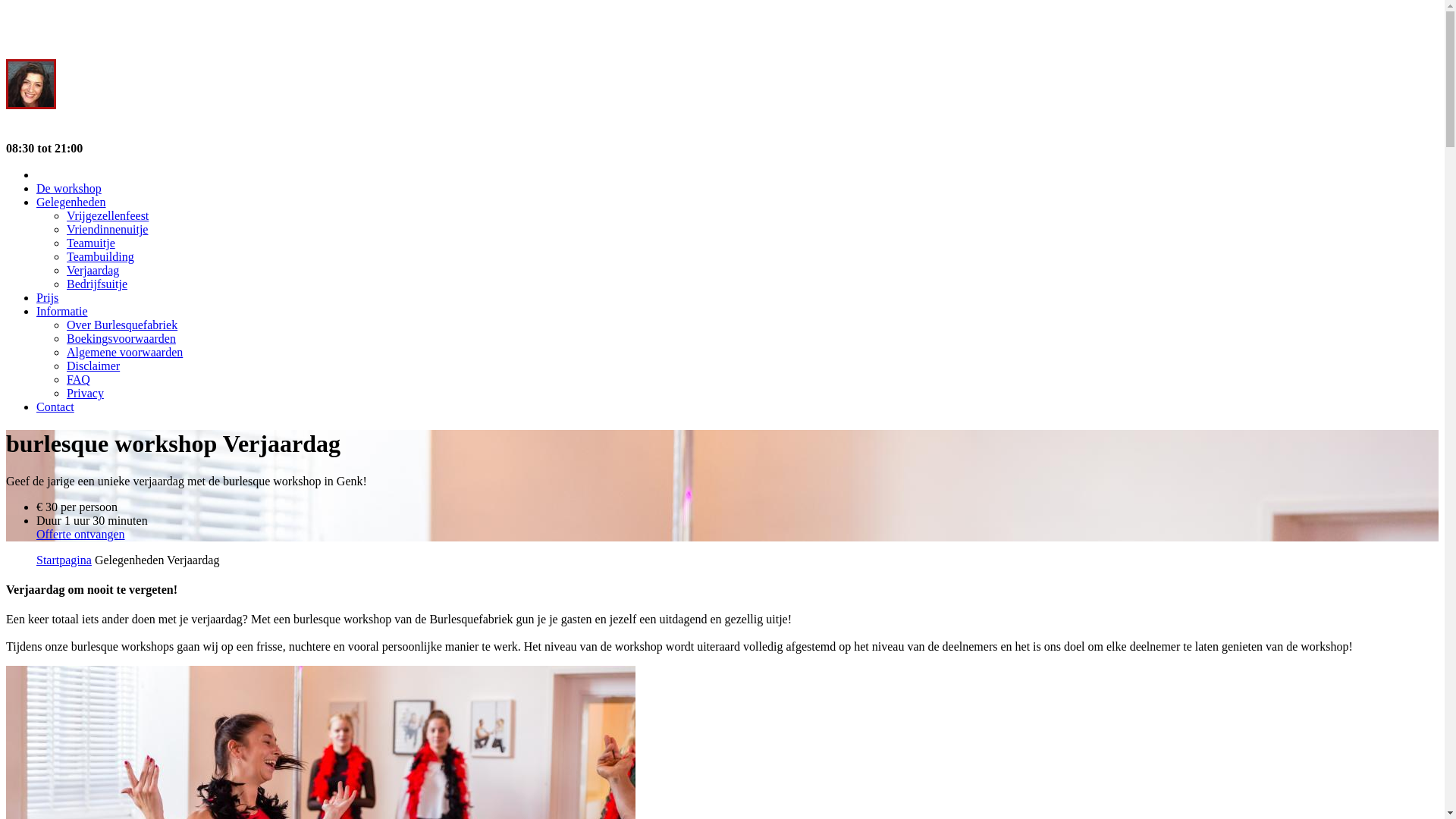  What do you see at coordinates (80, 533) in the screenshot?
I see `'Offerte ontvangen'` at bounding box center [80, 533].